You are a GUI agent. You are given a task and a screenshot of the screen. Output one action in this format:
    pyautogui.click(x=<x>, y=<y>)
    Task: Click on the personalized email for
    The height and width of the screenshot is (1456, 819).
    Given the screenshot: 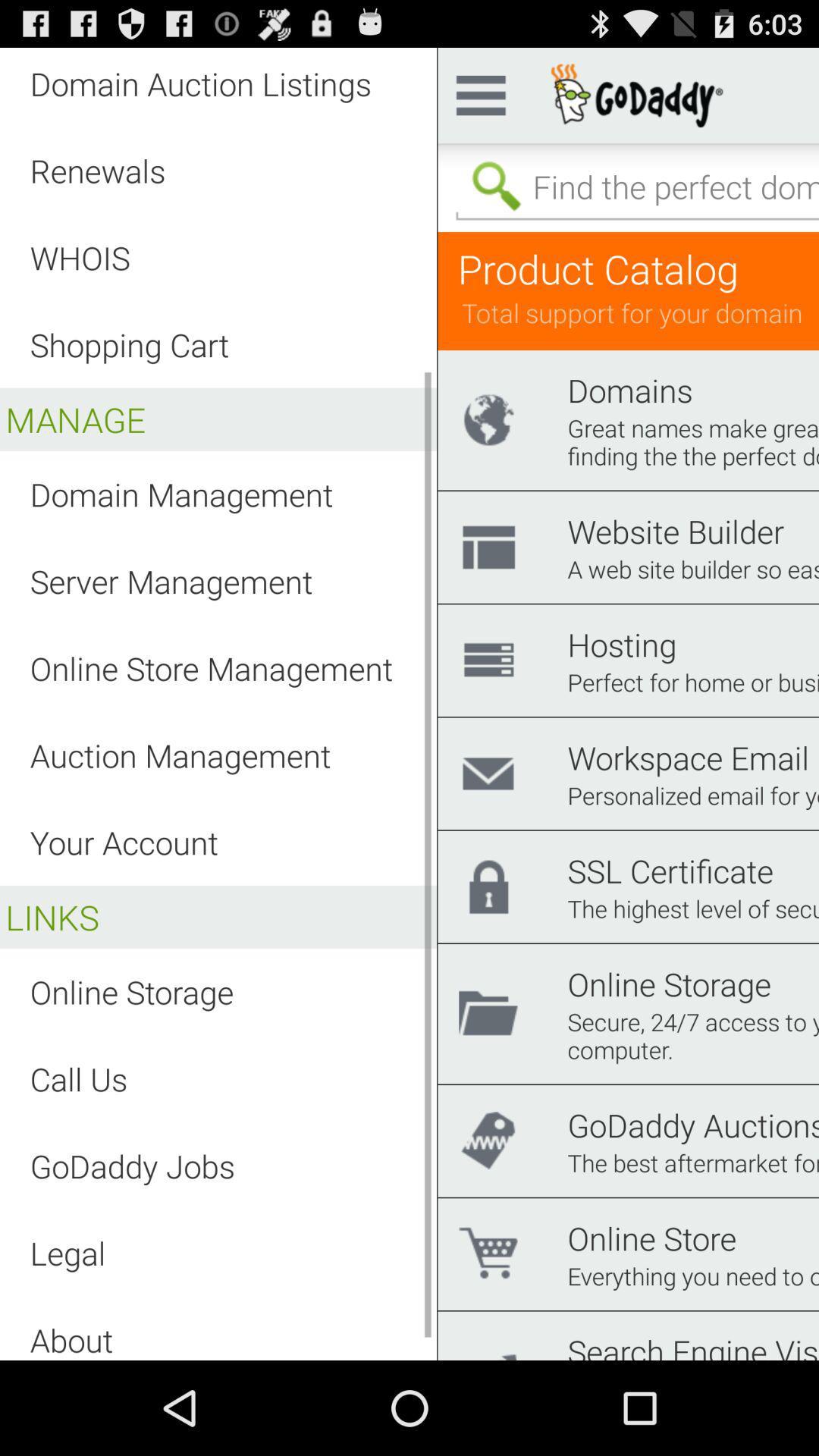 What is the action you would take?
    pyautogui.click(x=693, y=794)
    